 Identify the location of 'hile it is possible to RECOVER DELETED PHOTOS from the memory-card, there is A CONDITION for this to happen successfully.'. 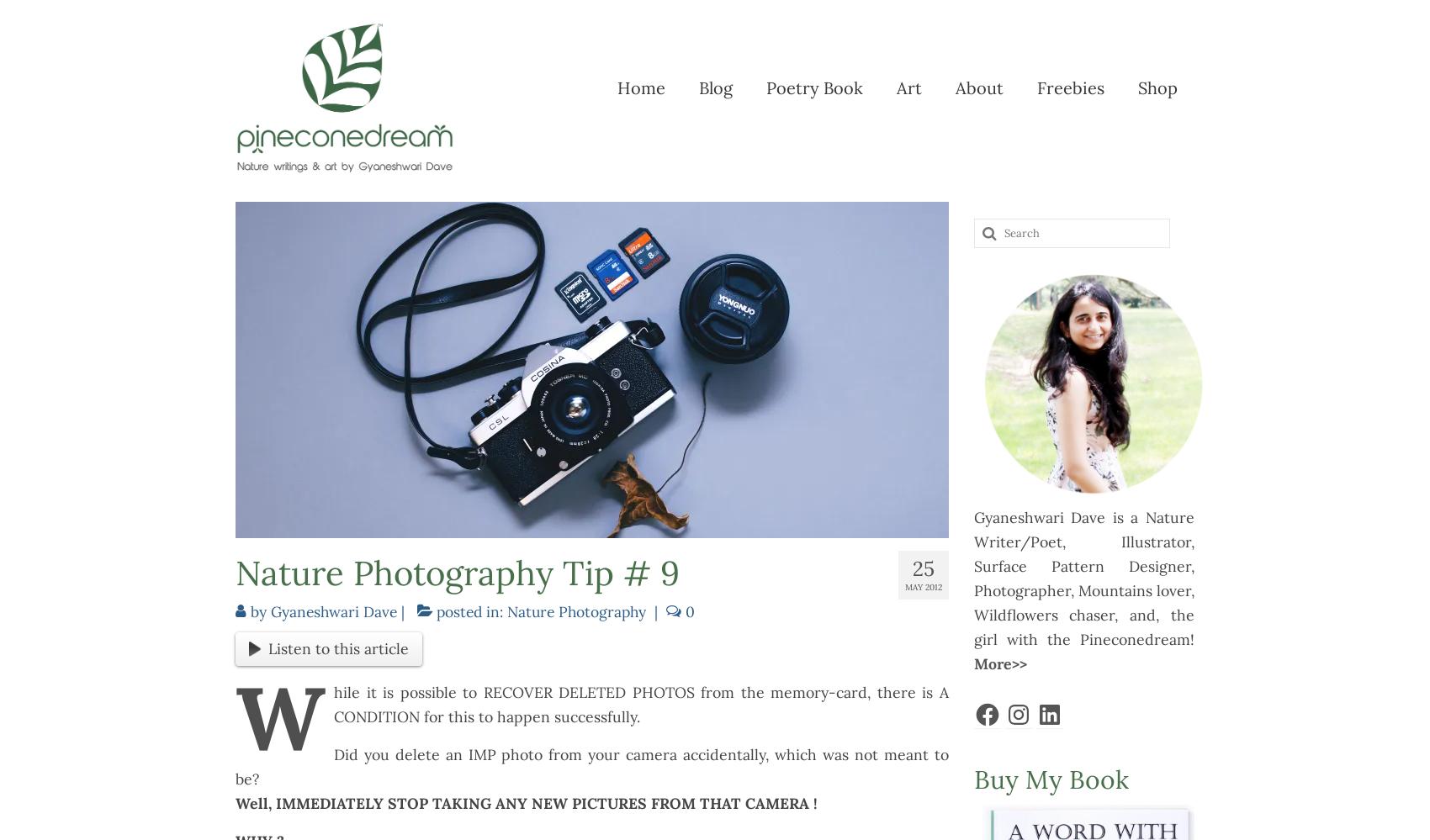
(639, 703).